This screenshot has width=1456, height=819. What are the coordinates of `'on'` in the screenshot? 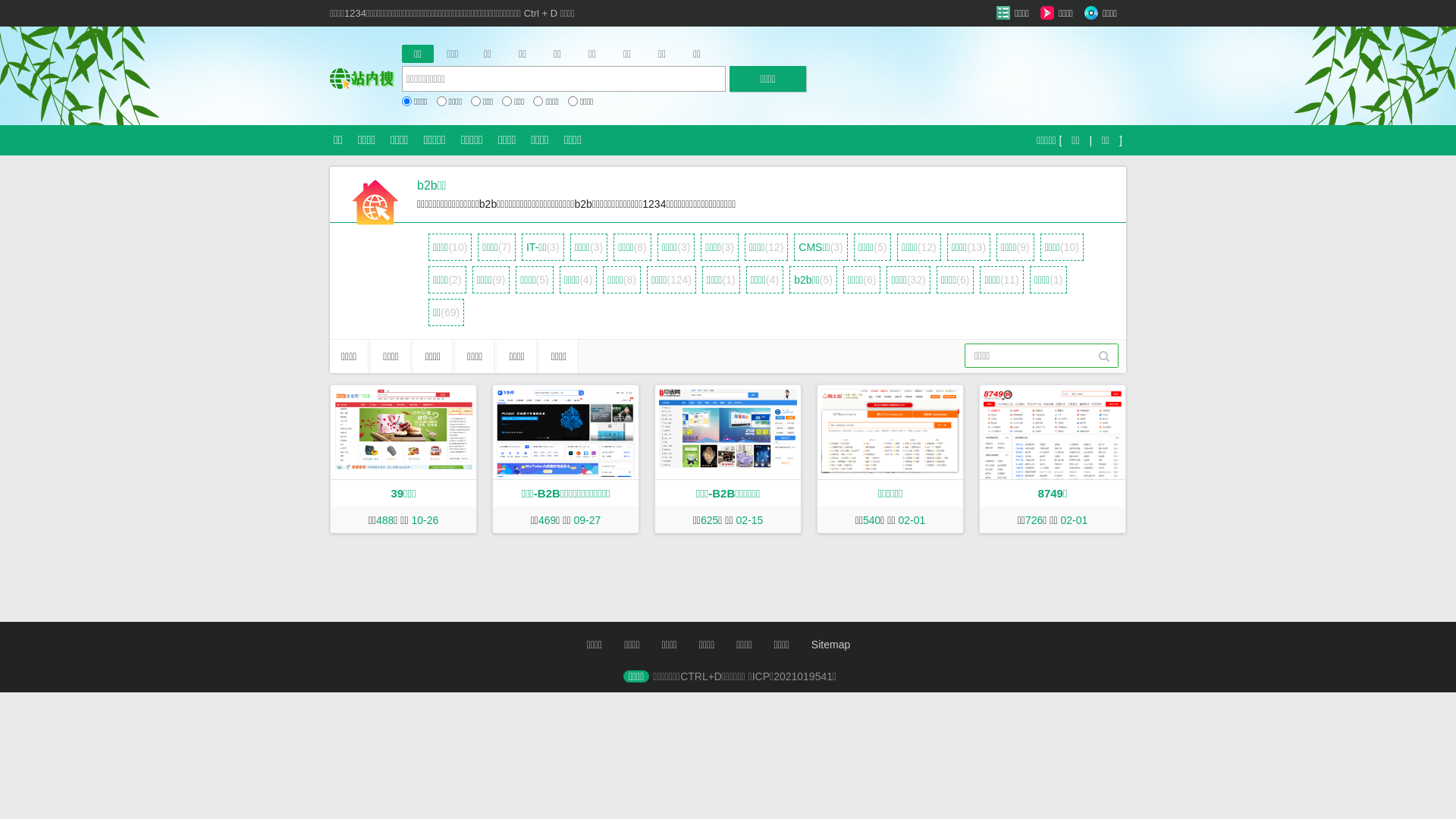 It's located at (538, 101).